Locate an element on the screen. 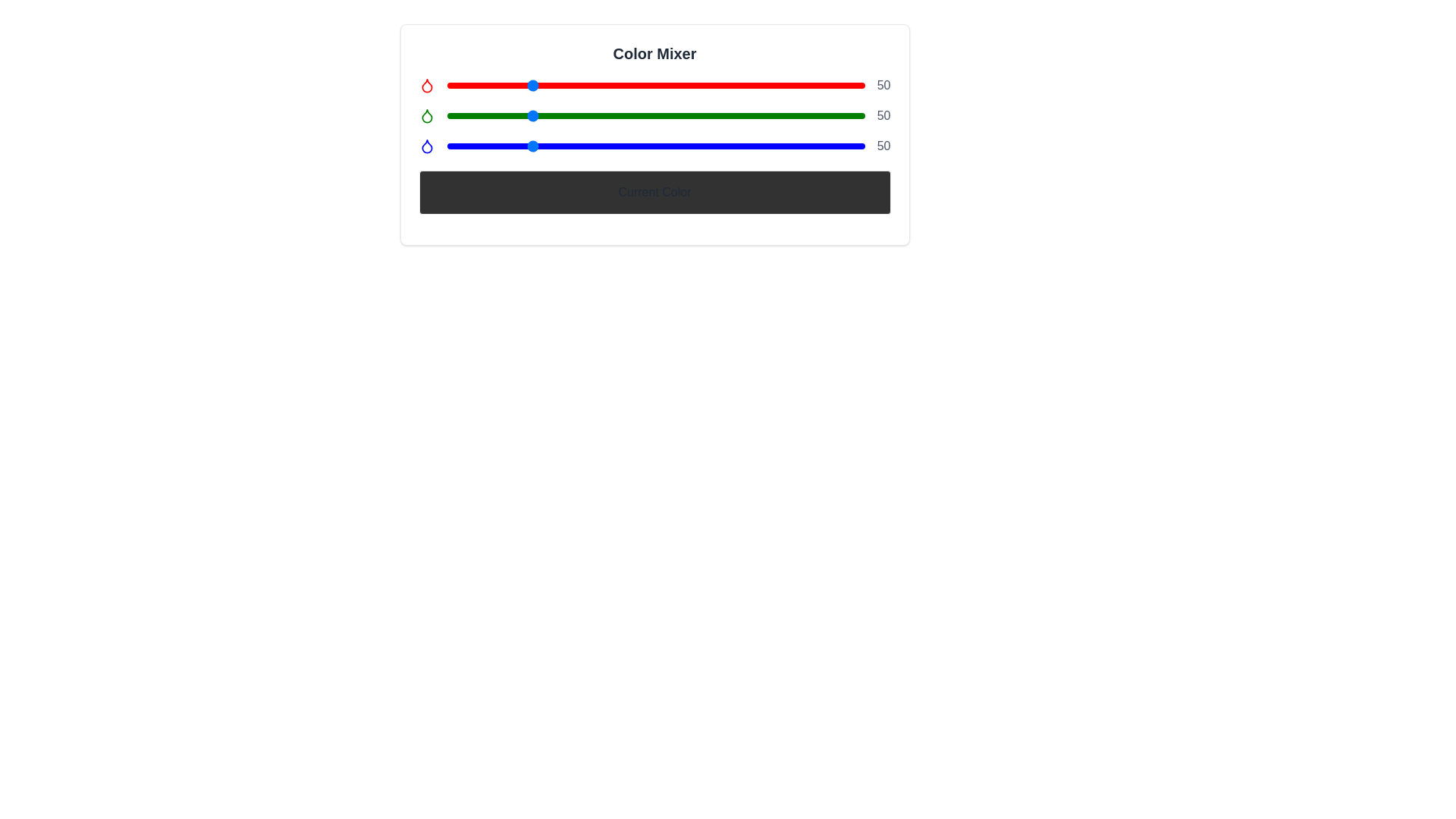 The image size is (1456, 819). the green color slider to 115 is located at coordinates (635, 115).